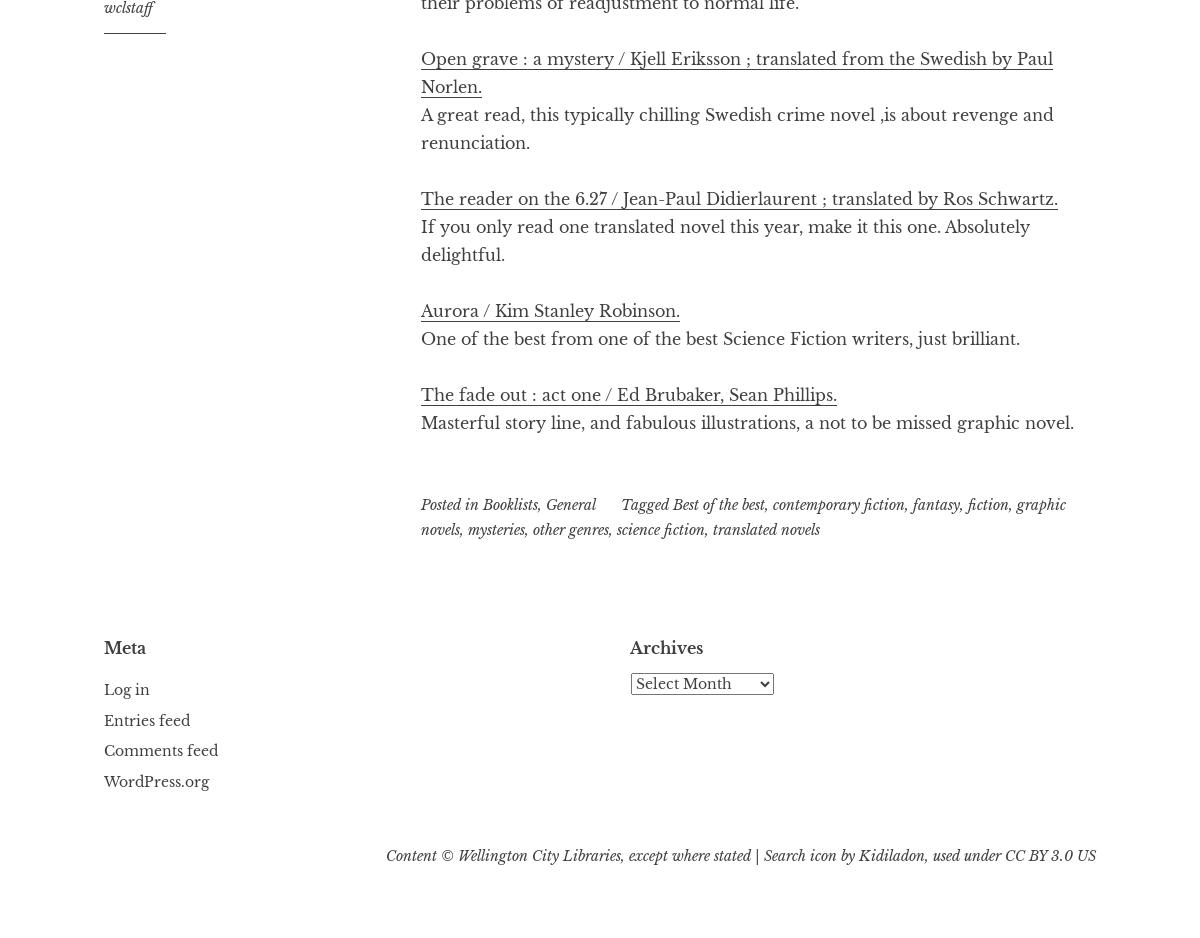 The width and height of the screenshot is (1200, 938). I want to click on 'fiction', so click(966, 504).